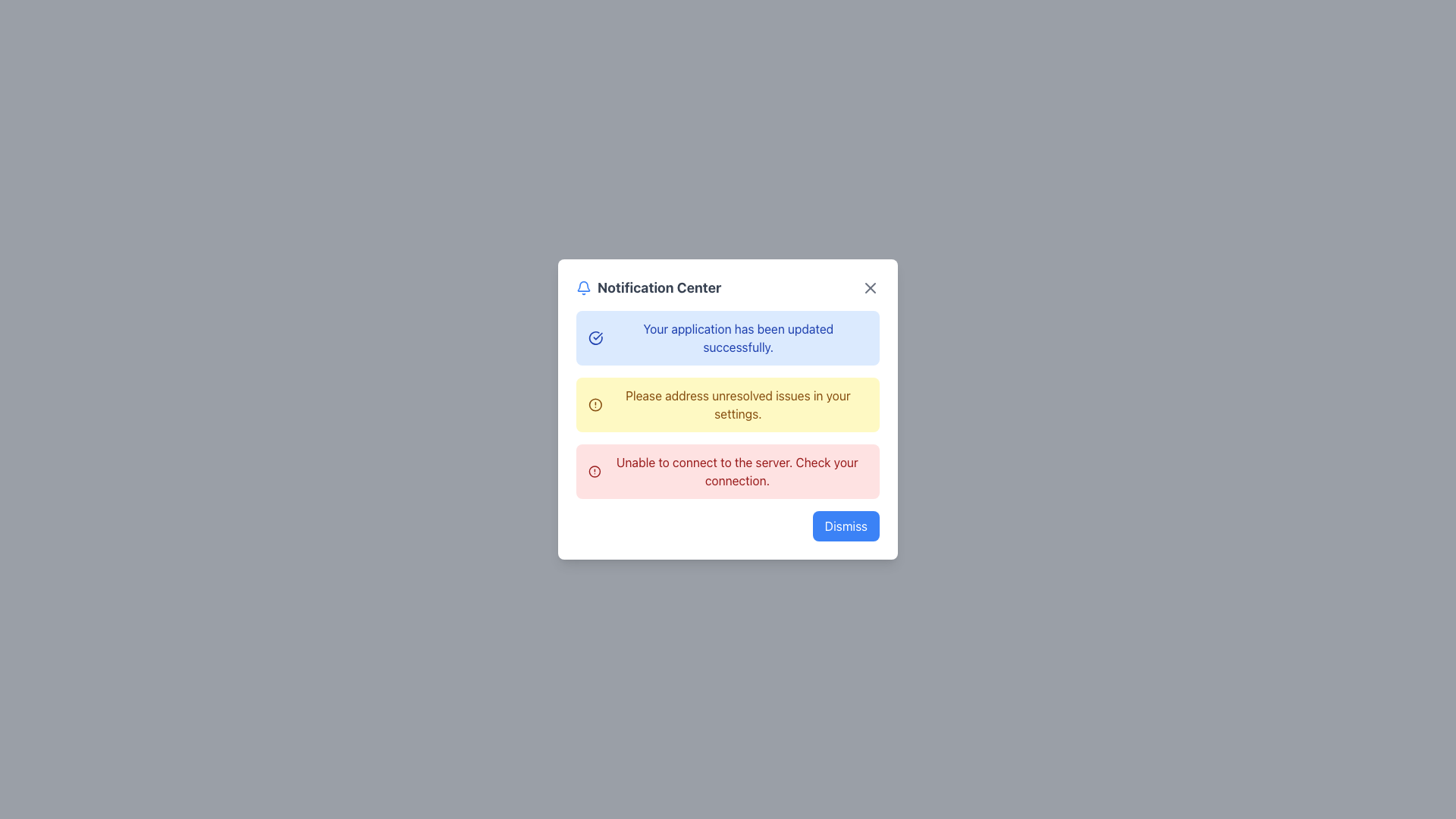  Describe the element at coordinates (595, 403) in the screenshot. I see `the circular alert icon with an exclamation mark inside, located to the left of the yellow notification message in the notification panel` at that location.